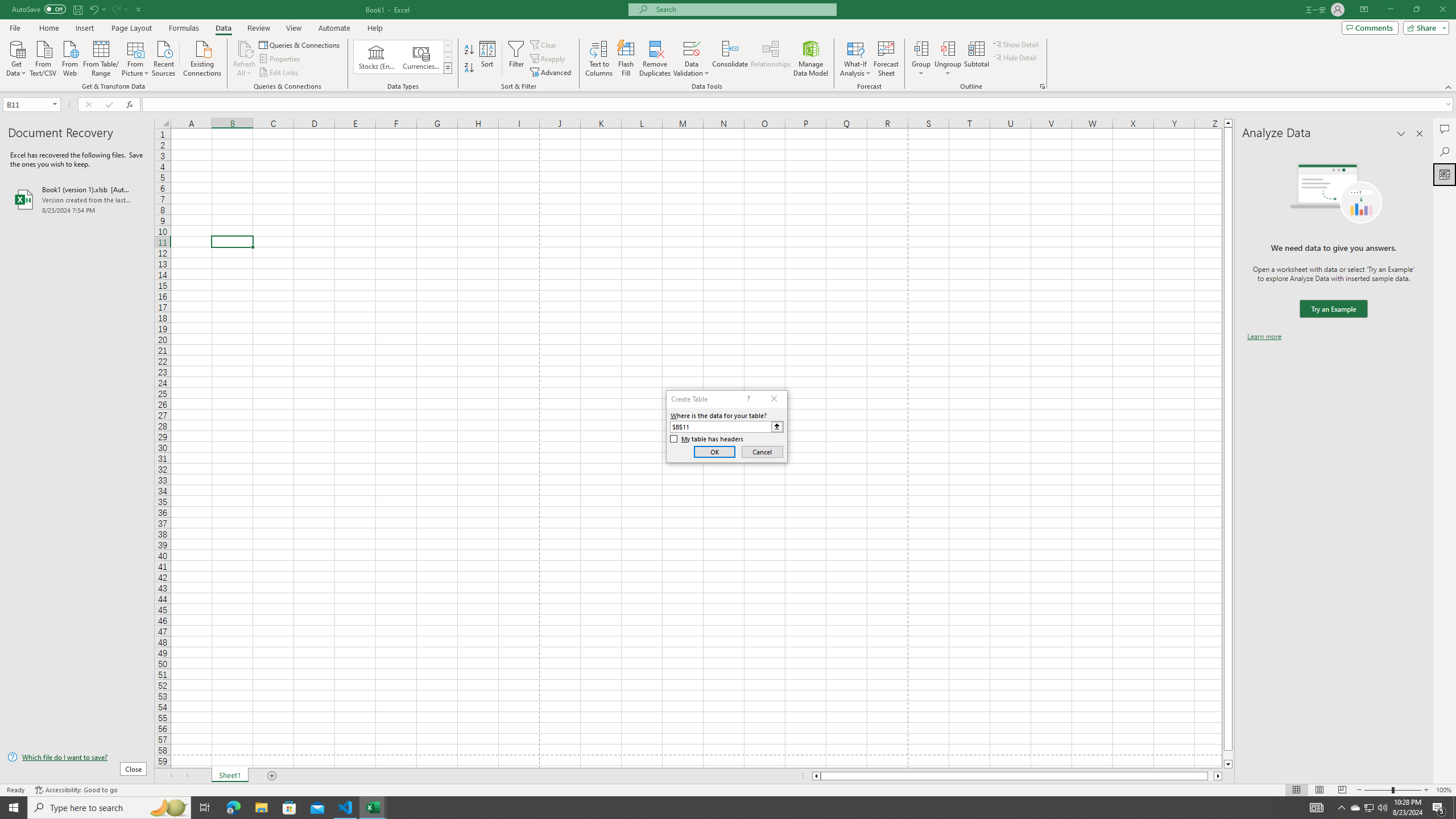  Describe the element at coordinates (1041, 85) in the screenshot. I see `'Group and Outline Settings'` at that location.